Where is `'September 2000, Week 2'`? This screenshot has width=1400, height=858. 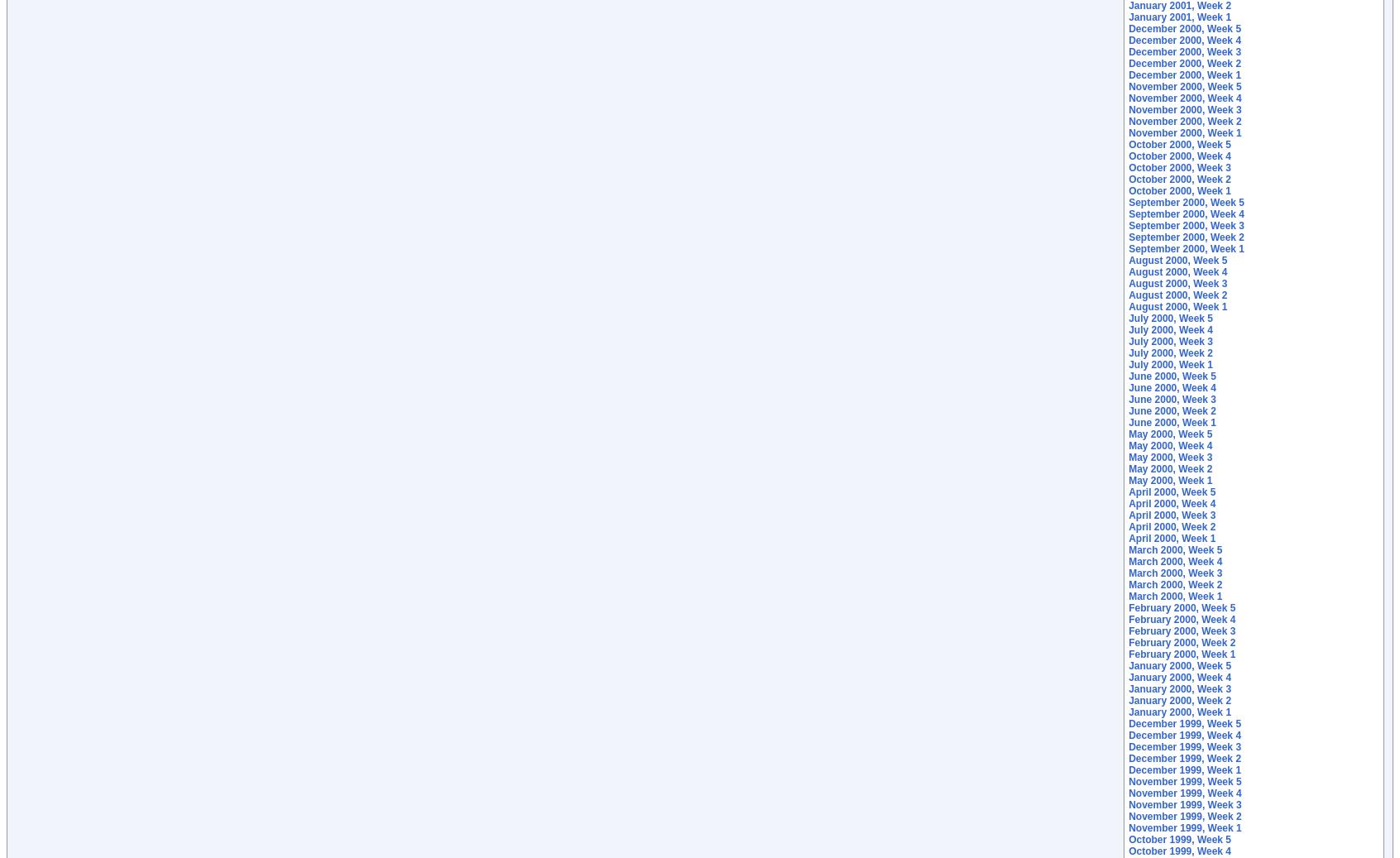
'September 2000, Week 2' is located at coordinates (1185, 237).